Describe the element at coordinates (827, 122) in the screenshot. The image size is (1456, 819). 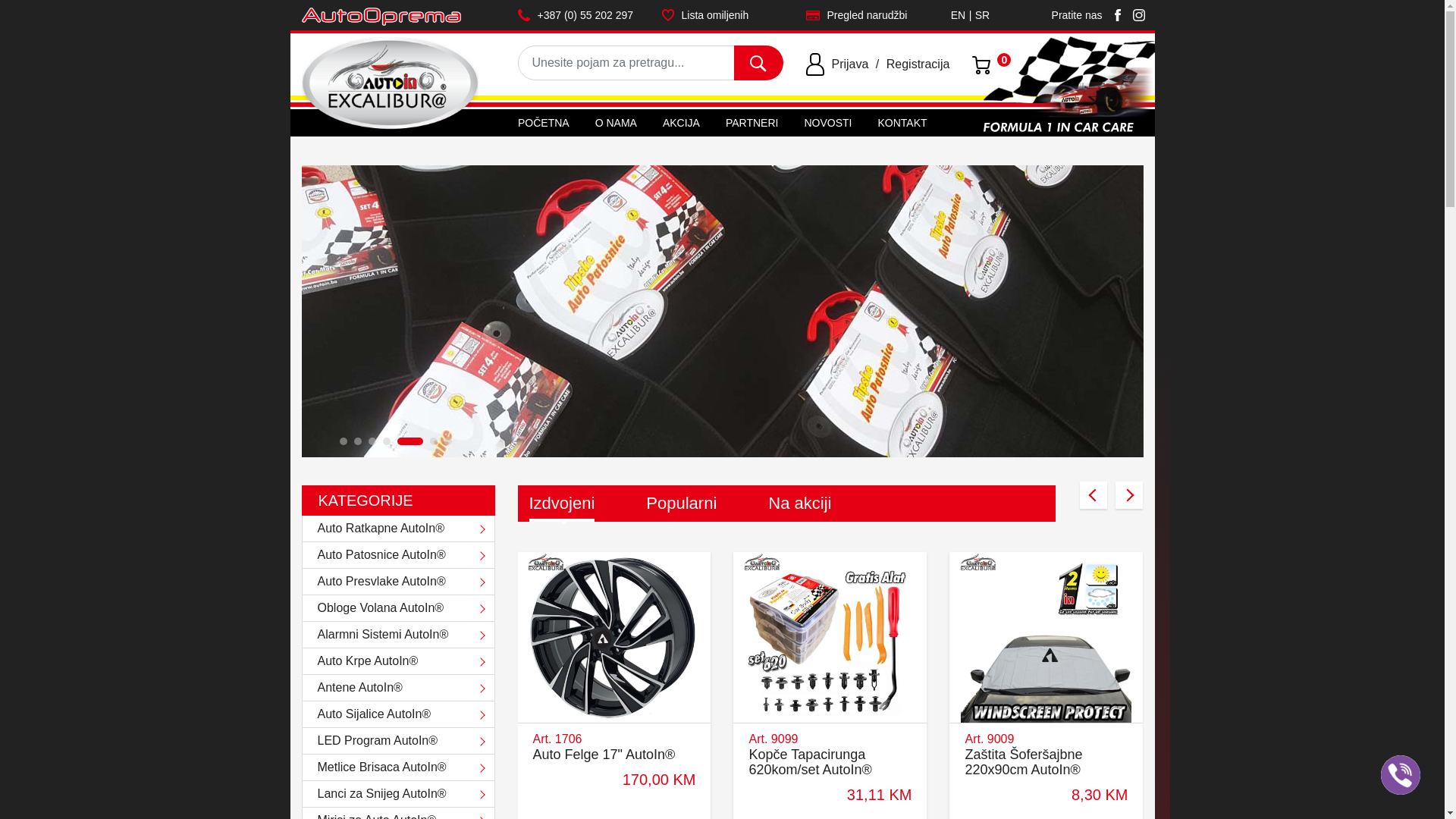
I see `'NOVOSTI'` at that location.